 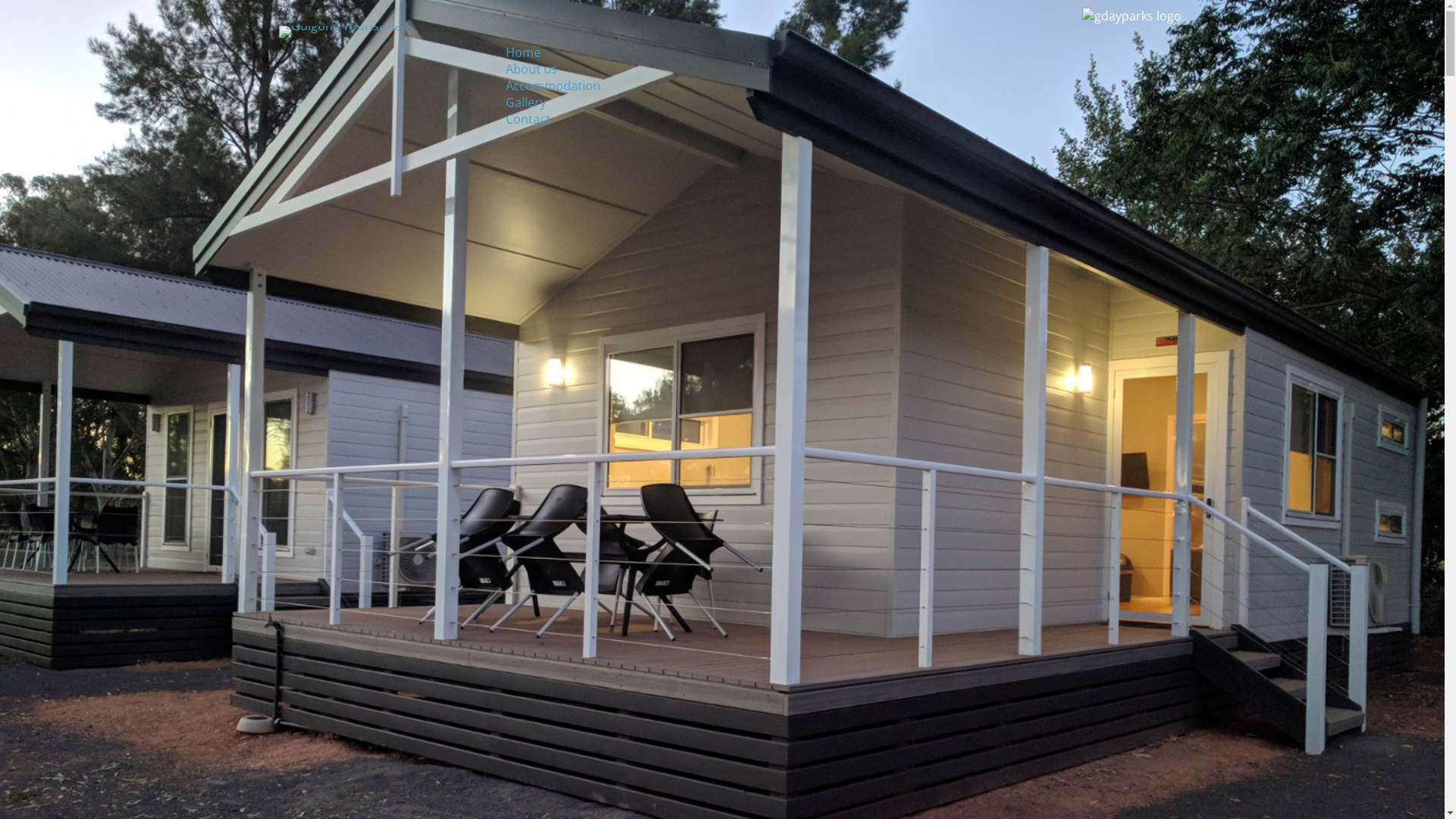 What do you see at coordinates (552, 85) in the screenshot?
I see `'Accommodation'` at bounding box center [552, 85].